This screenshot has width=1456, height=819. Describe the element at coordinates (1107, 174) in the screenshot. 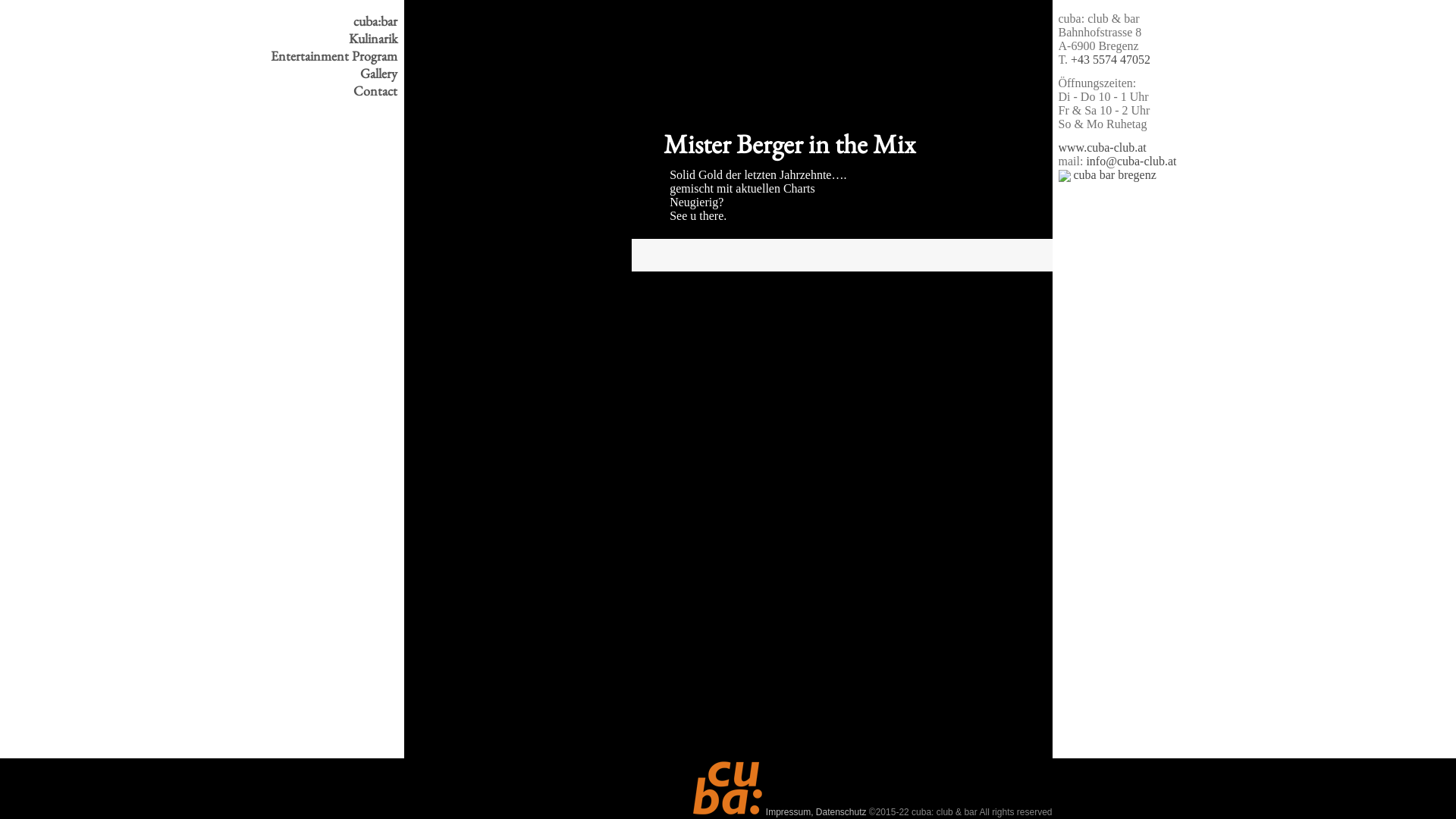

I see `'cuba bar bregenz'` at that location.